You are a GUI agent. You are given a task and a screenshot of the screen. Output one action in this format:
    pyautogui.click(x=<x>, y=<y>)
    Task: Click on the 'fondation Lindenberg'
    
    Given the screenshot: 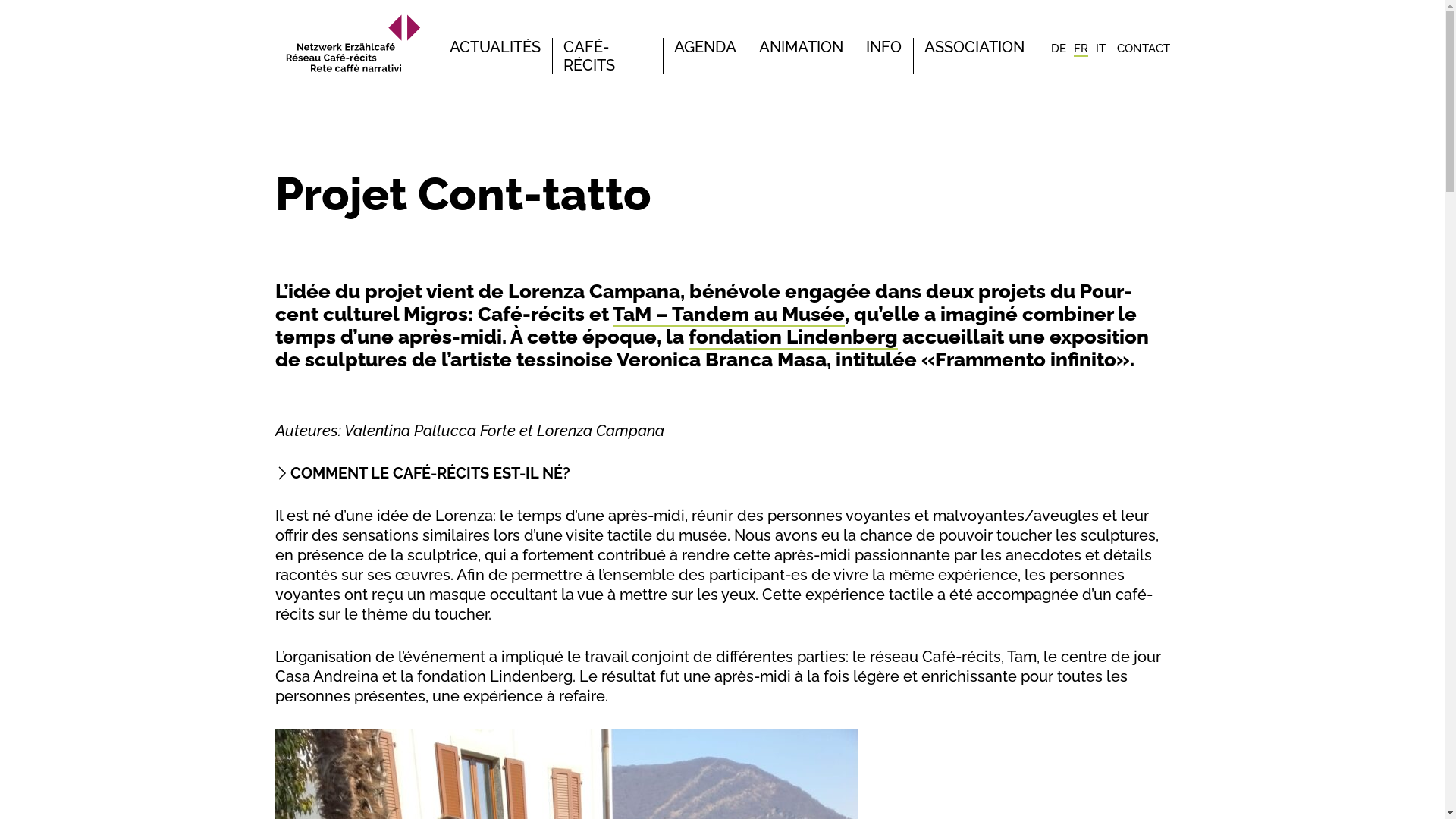 What is the action you would take?
    pyautogui.click(x=792, y=336)
    